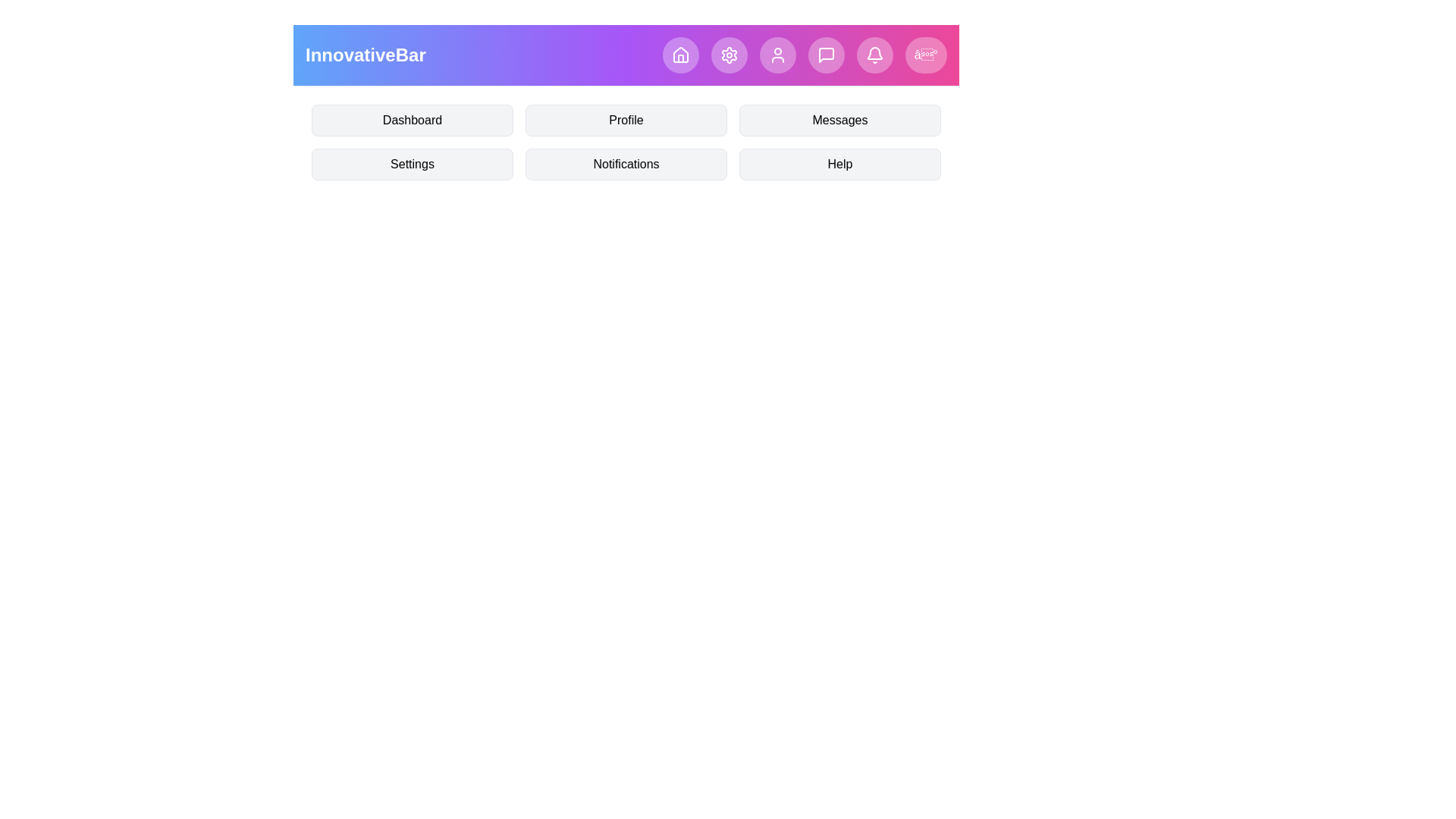  I want to click on the navigation icon corresponding to MessageSquare, so click(825, 55).